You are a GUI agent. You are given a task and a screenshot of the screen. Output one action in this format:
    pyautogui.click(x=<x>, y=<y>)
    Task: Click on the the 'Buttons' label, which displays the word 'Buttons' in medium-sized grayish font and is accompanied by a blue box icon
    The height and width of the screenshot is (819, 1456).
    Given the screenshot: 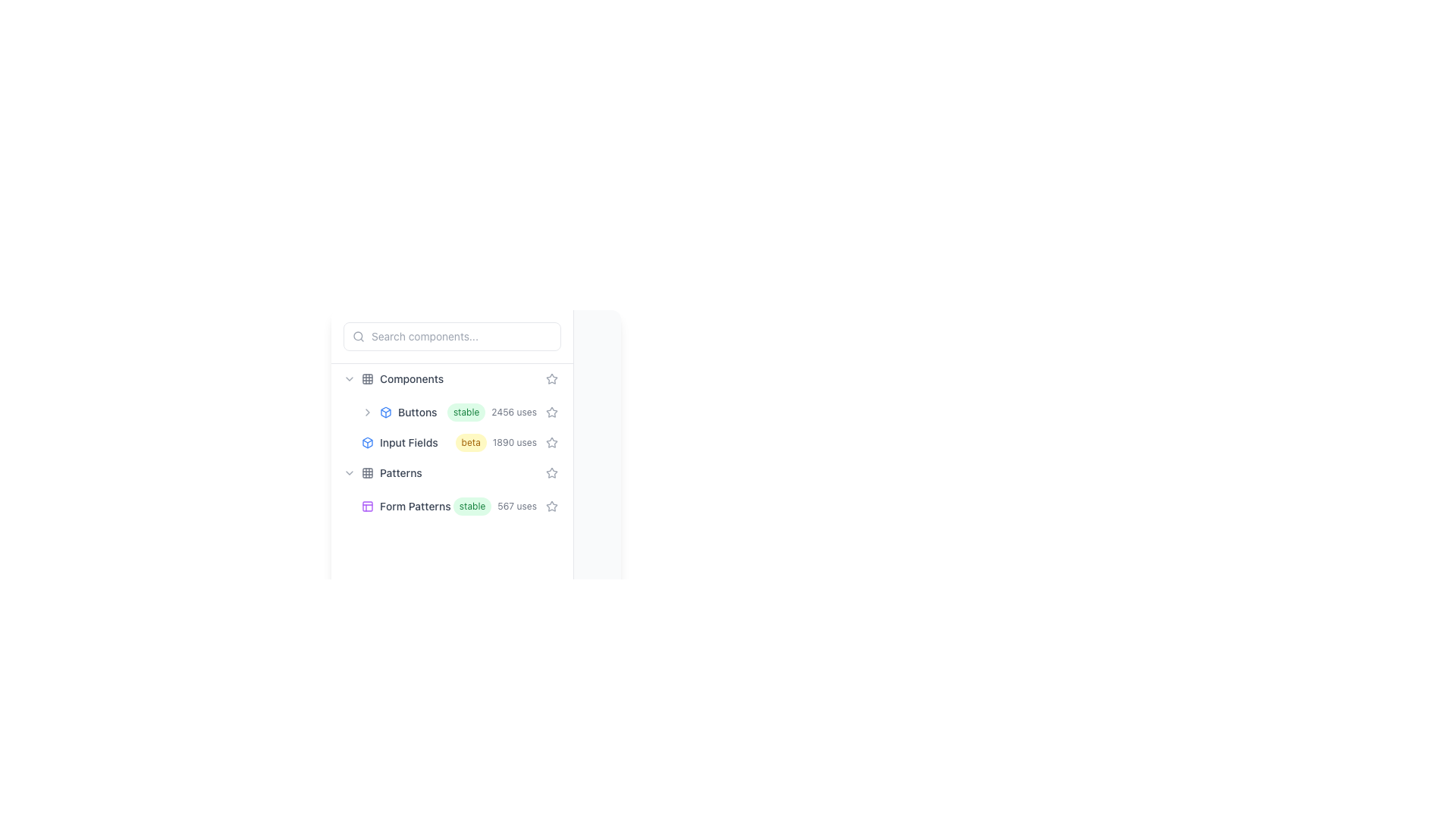 What is the action you would take?
    pyautogui.click(x=404, y=412)
    